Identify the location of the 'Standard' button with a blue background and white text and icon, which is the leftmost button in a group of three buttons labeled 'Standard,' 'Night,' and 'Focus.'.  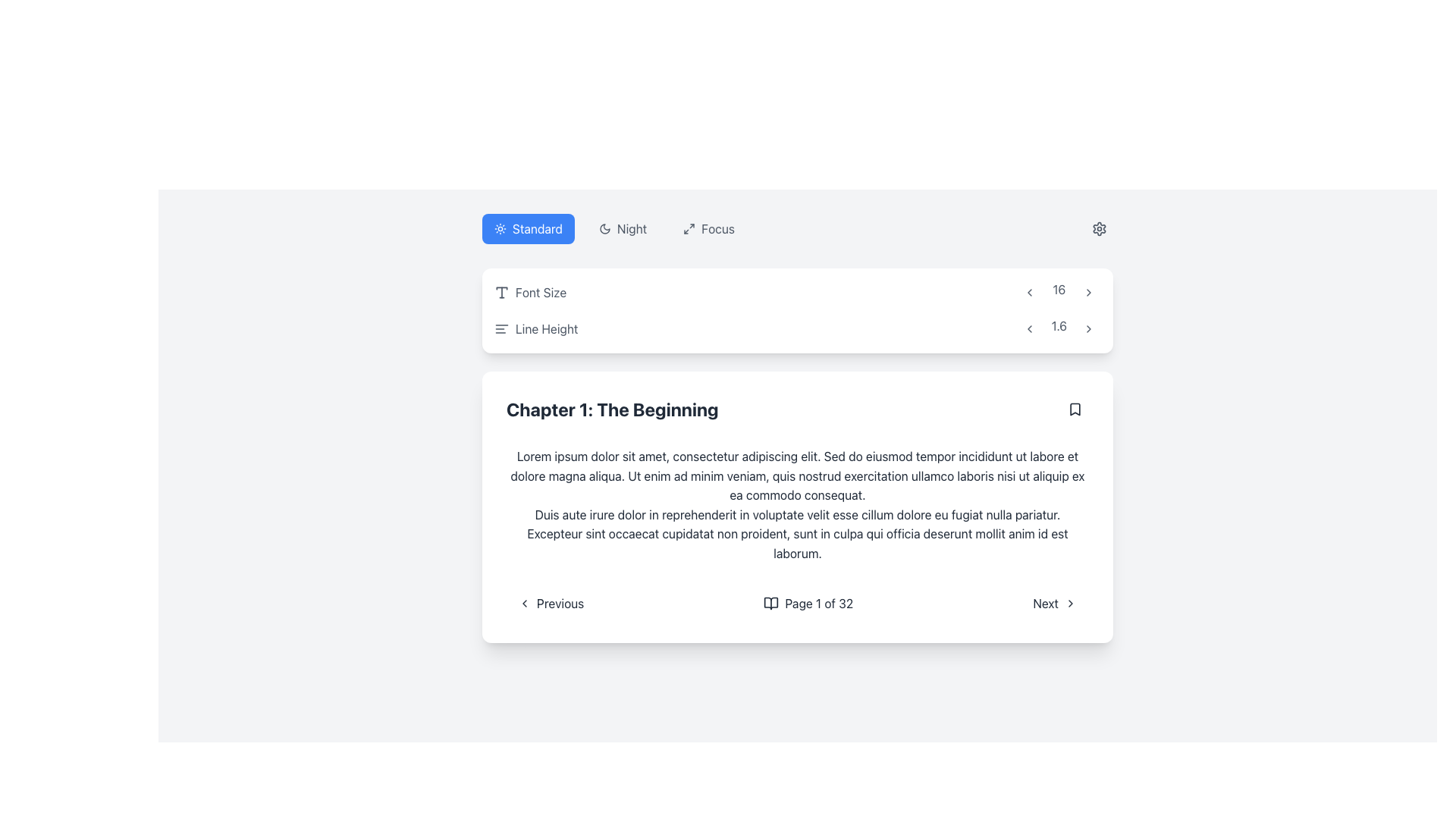
(528, 228).